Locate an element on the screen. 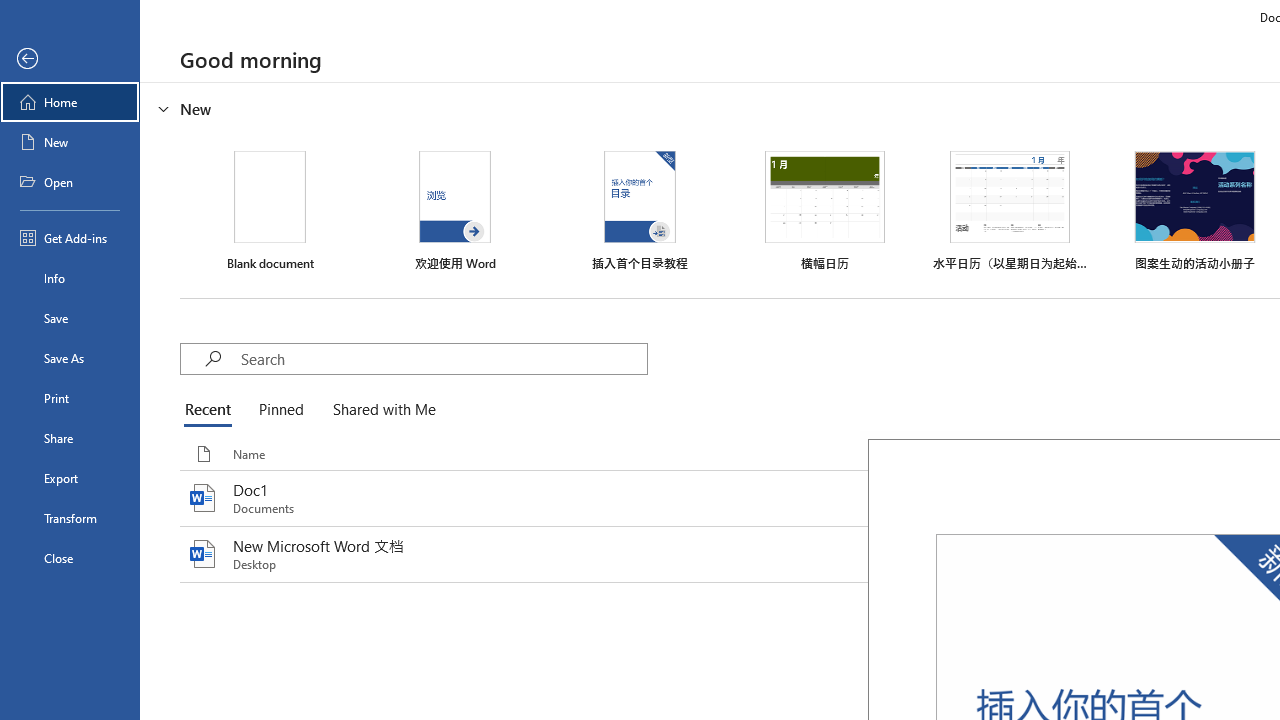 The height and width of the screenshot is (720, 1280). 'Home' is located at coordinates (69, 101).